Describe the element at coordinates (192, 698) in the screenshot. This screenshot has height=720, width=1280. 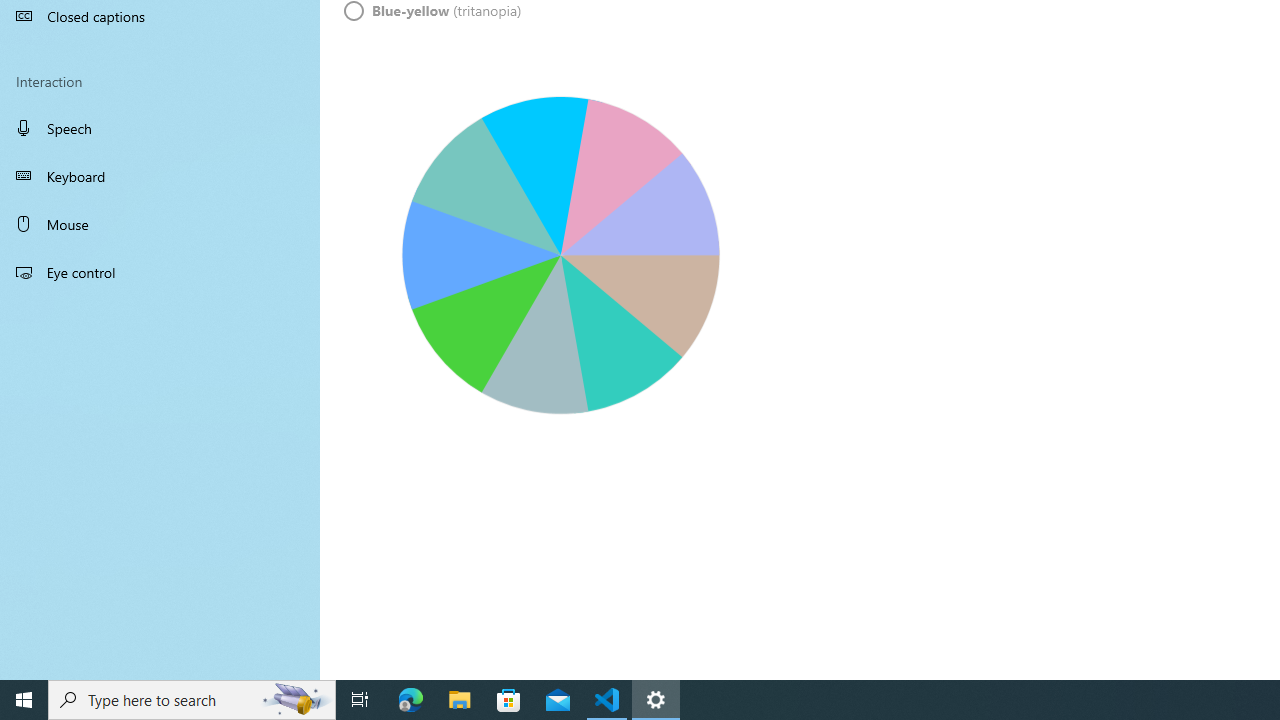
I see `'Type here to search'` at that location.